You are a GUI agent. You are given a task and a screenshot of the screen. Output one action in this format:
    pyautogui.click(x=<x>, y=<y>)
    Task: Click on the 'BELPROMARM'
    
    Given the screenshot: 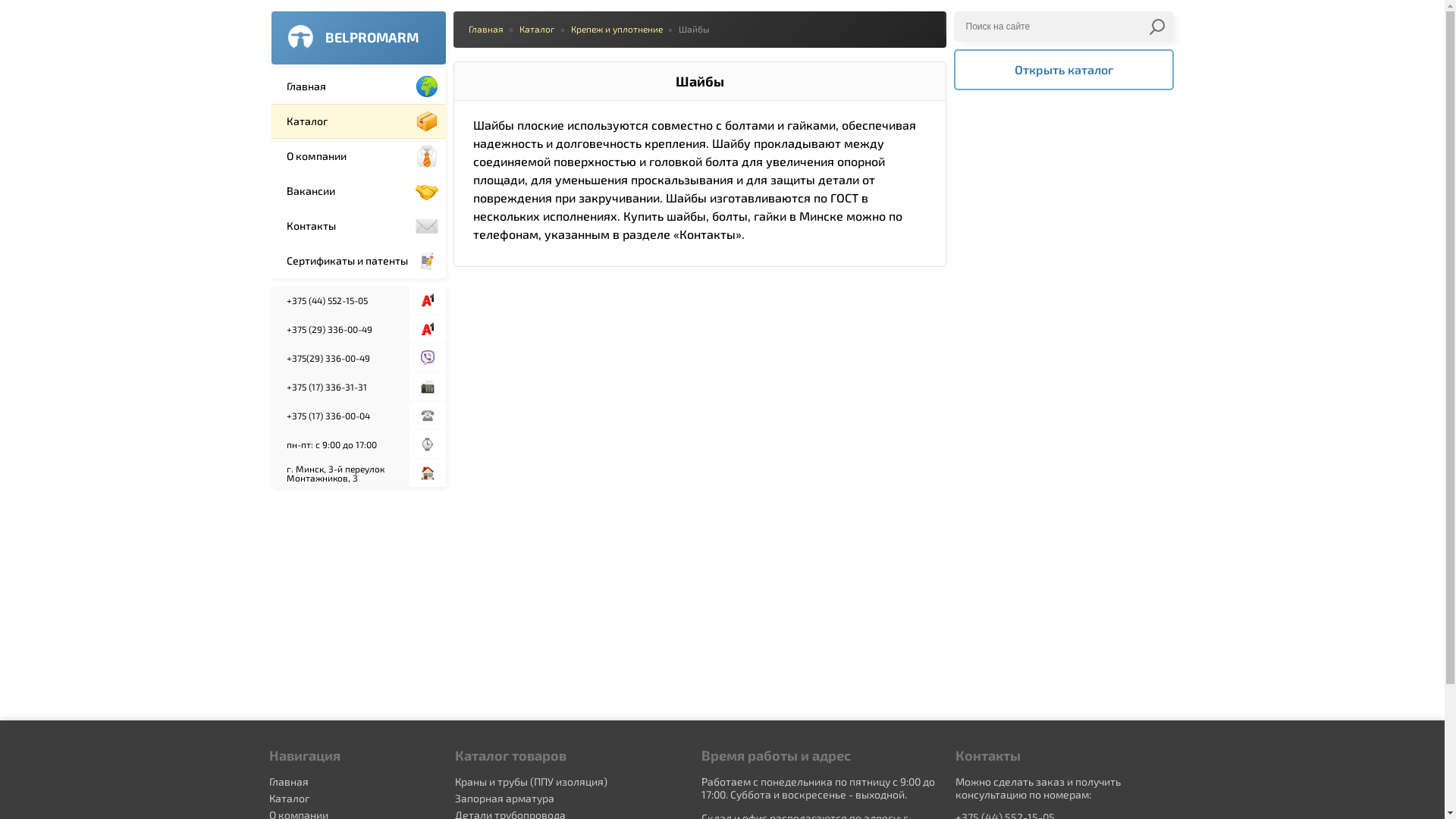 What is the action you would take?
    pyautogui.click(x=358, y=37)
    